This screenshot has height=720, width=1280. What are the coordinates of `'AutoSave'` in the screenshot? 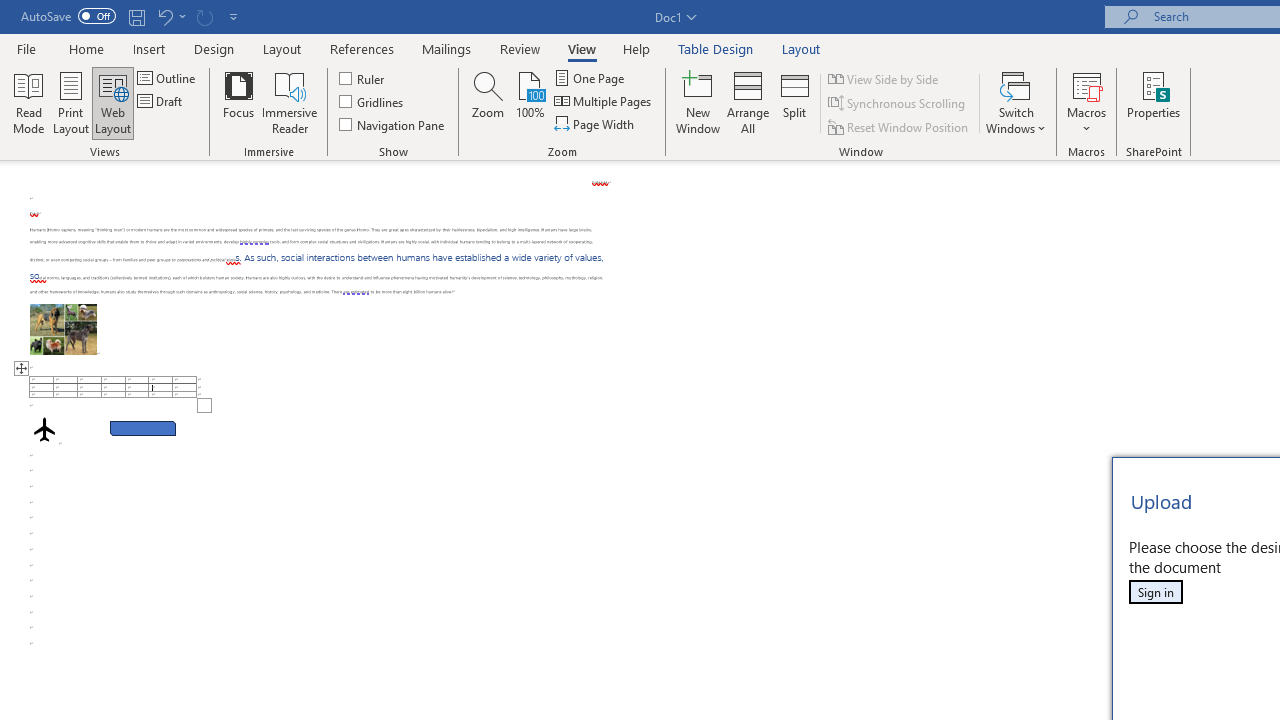 It's located at (68, 16).